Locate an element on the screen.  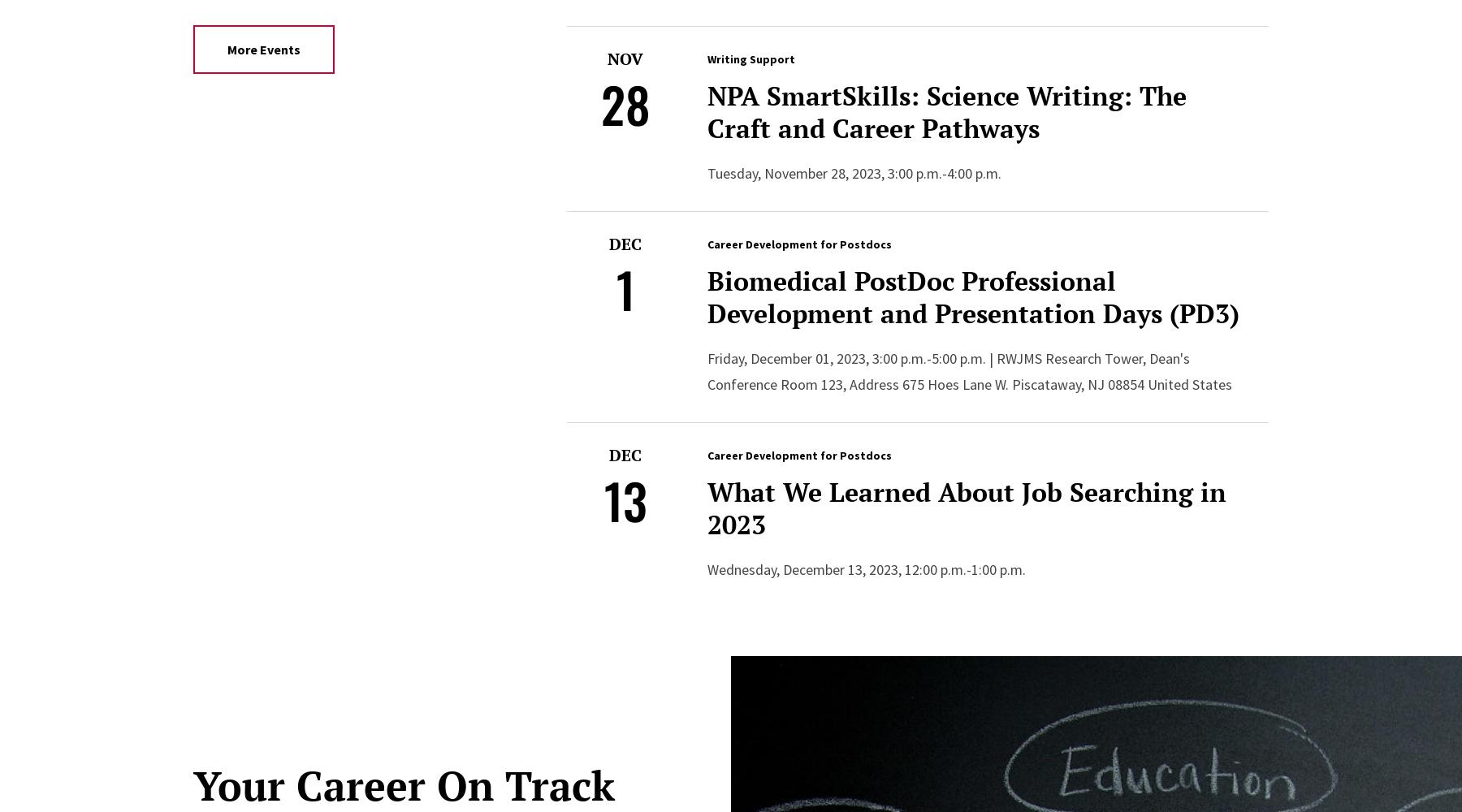
'Biomedical PostDoc Professional Development and Presentation Days (PD3)' is located at coordinates (972, 296).